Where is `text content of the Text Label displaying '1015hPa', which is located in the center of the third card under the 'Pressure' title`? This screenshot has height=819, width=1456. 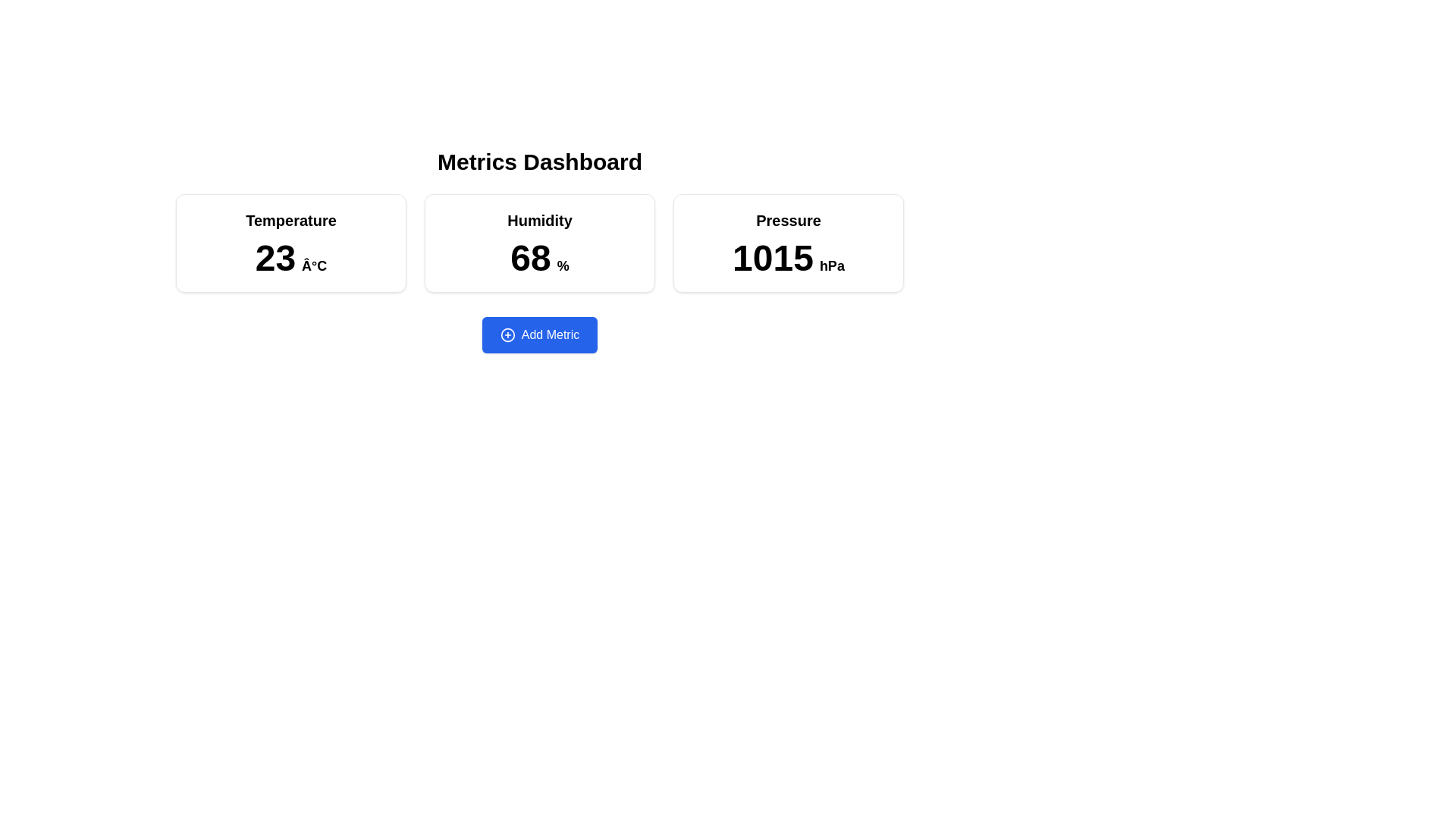 text content of the Text Label displaying '1015hPa', which is located in the center of the third card under the 'Pressure' title is located at coordinates (789, 257).